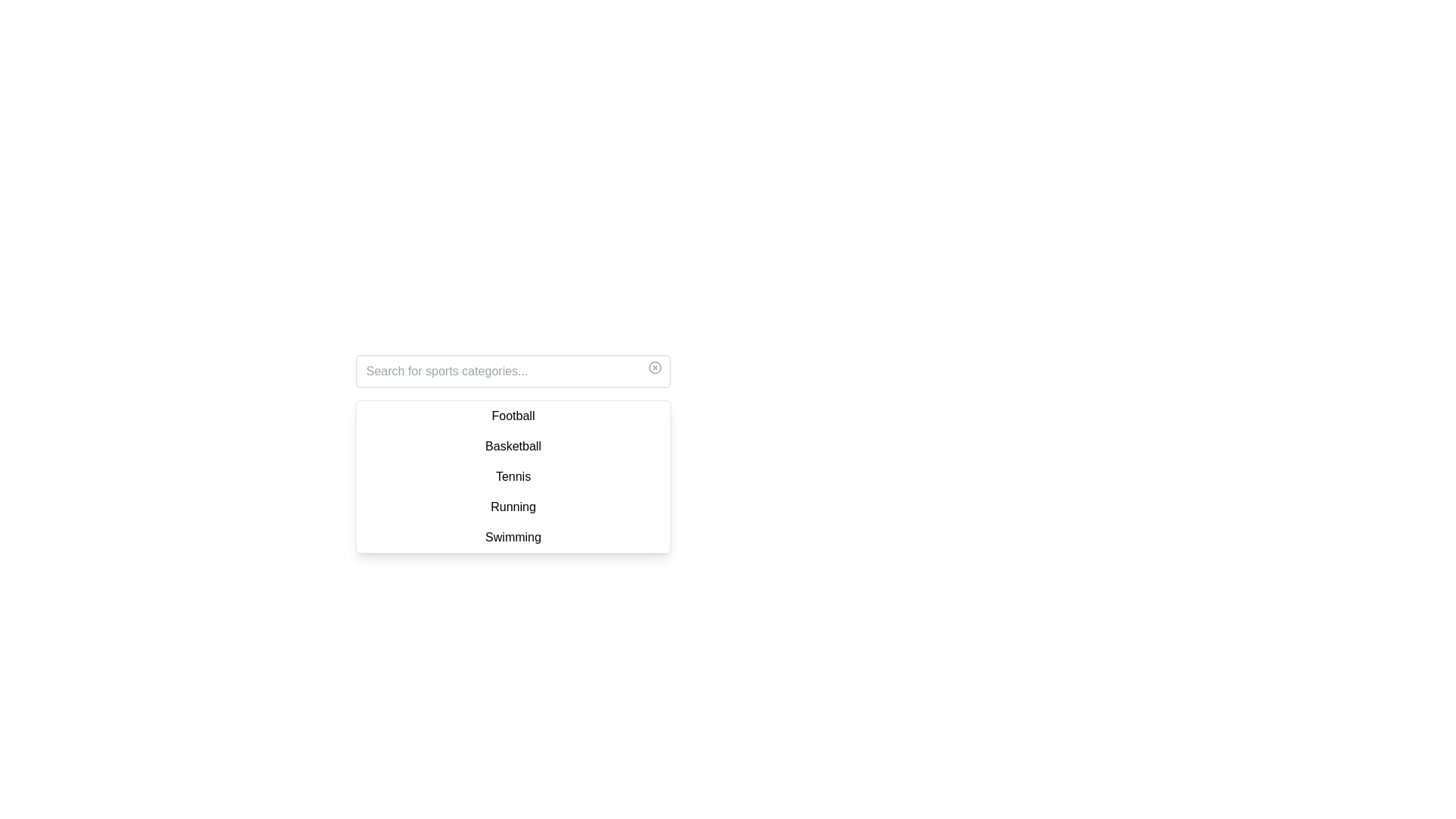 The image size is (1456, 819). I want to click on the 'Football' button, which is the first item in the dropdown list below the 'Search for sports categories...' input bar, so click(513, 416).